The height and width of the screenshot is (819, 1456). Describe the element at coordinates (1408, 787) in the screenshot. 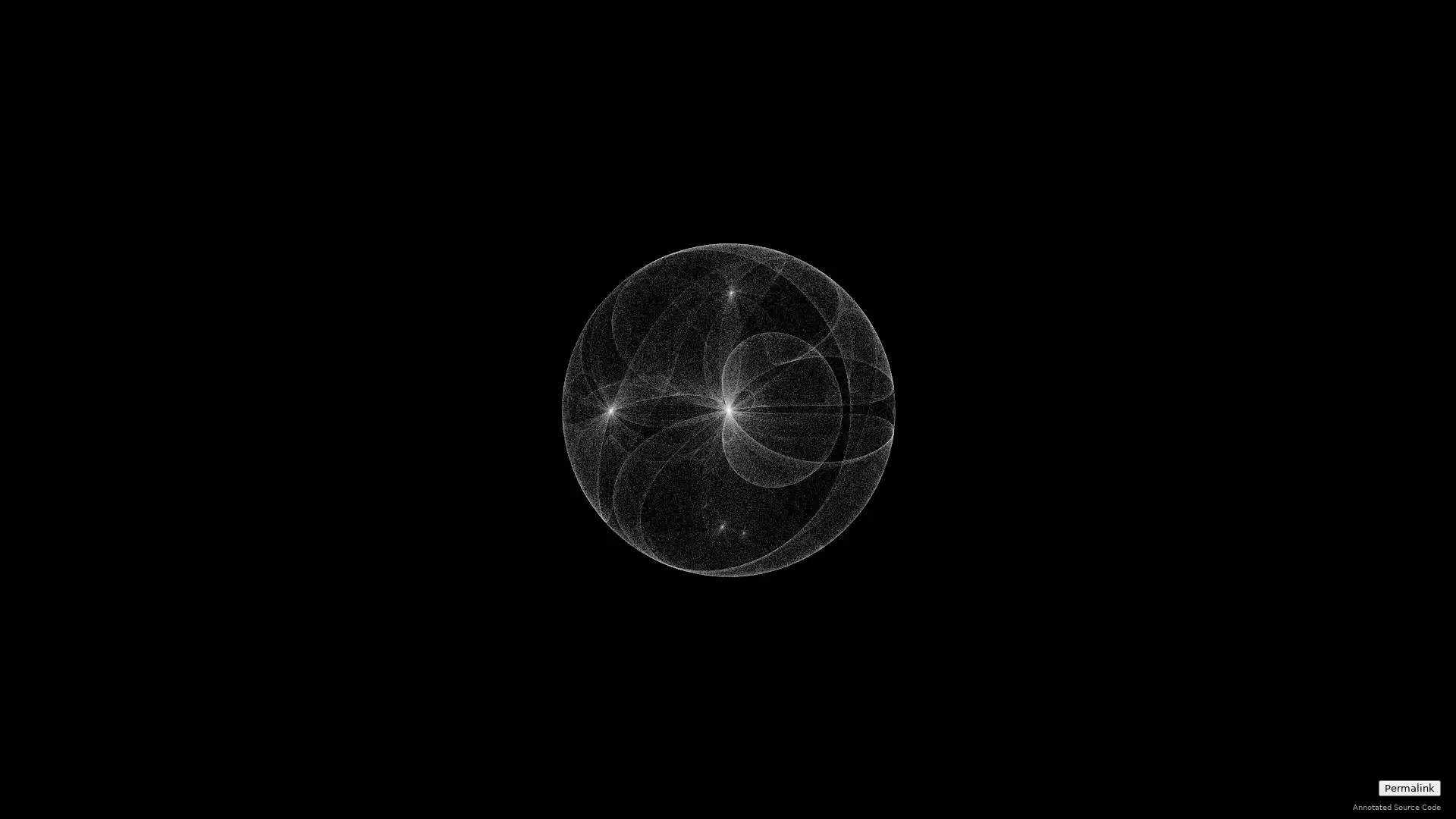

I see `Permalink` at that location.